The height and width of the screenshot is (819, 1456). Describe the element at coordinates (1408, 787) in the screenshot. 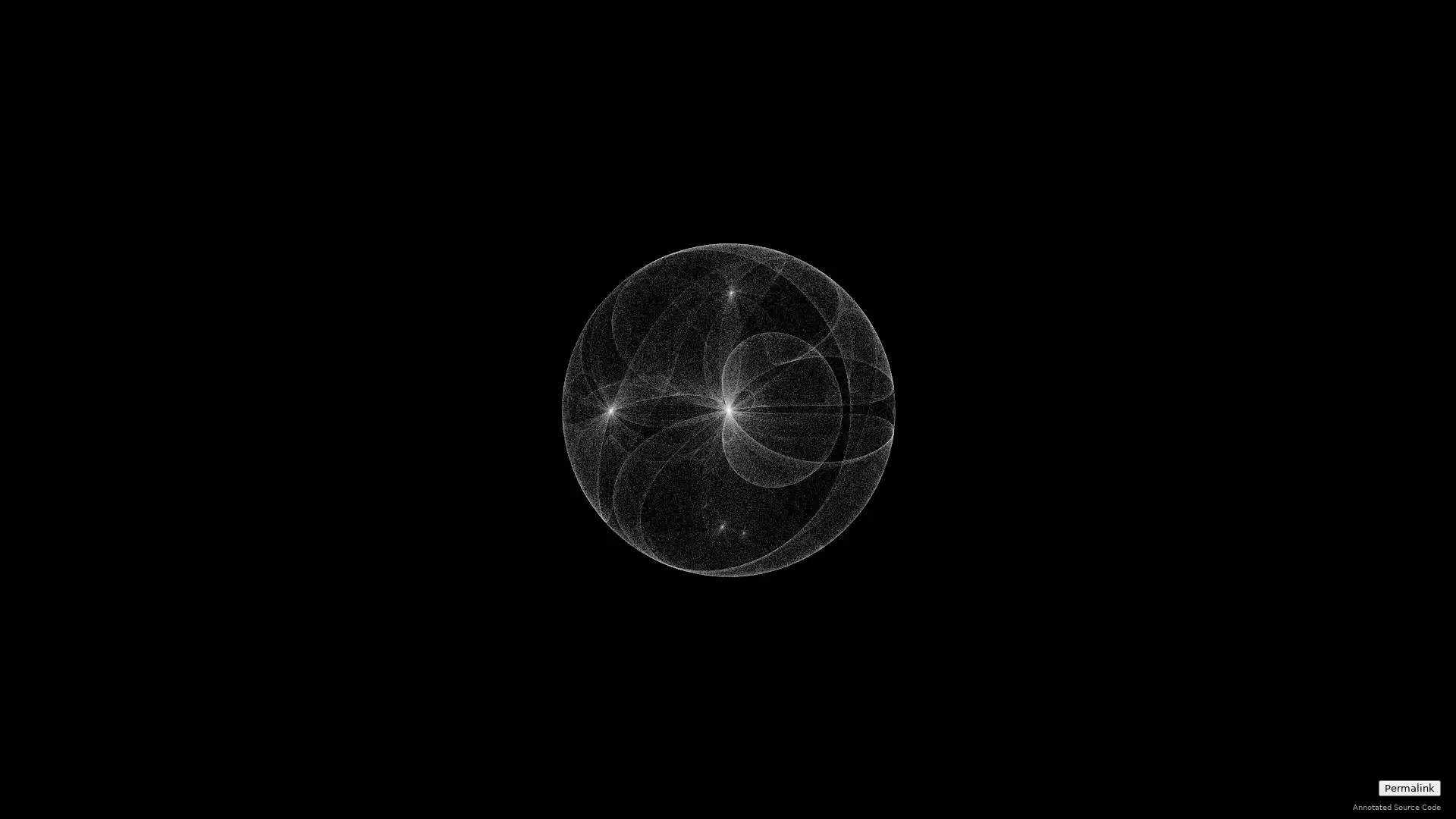

I see `Permalink` at that location.